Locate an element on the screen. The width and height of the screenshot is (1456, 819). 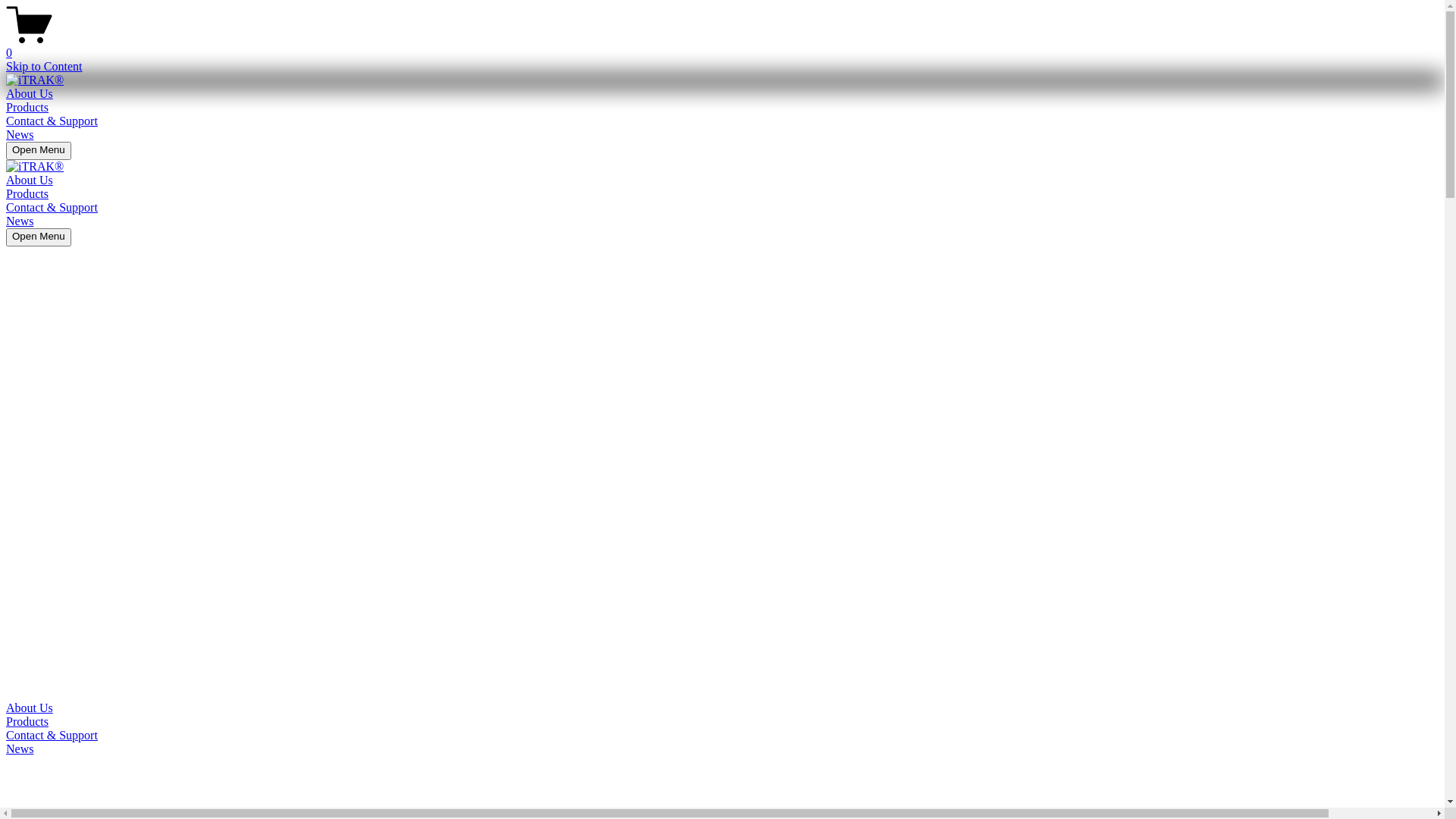
'0' is located at coordinates (721, 45).